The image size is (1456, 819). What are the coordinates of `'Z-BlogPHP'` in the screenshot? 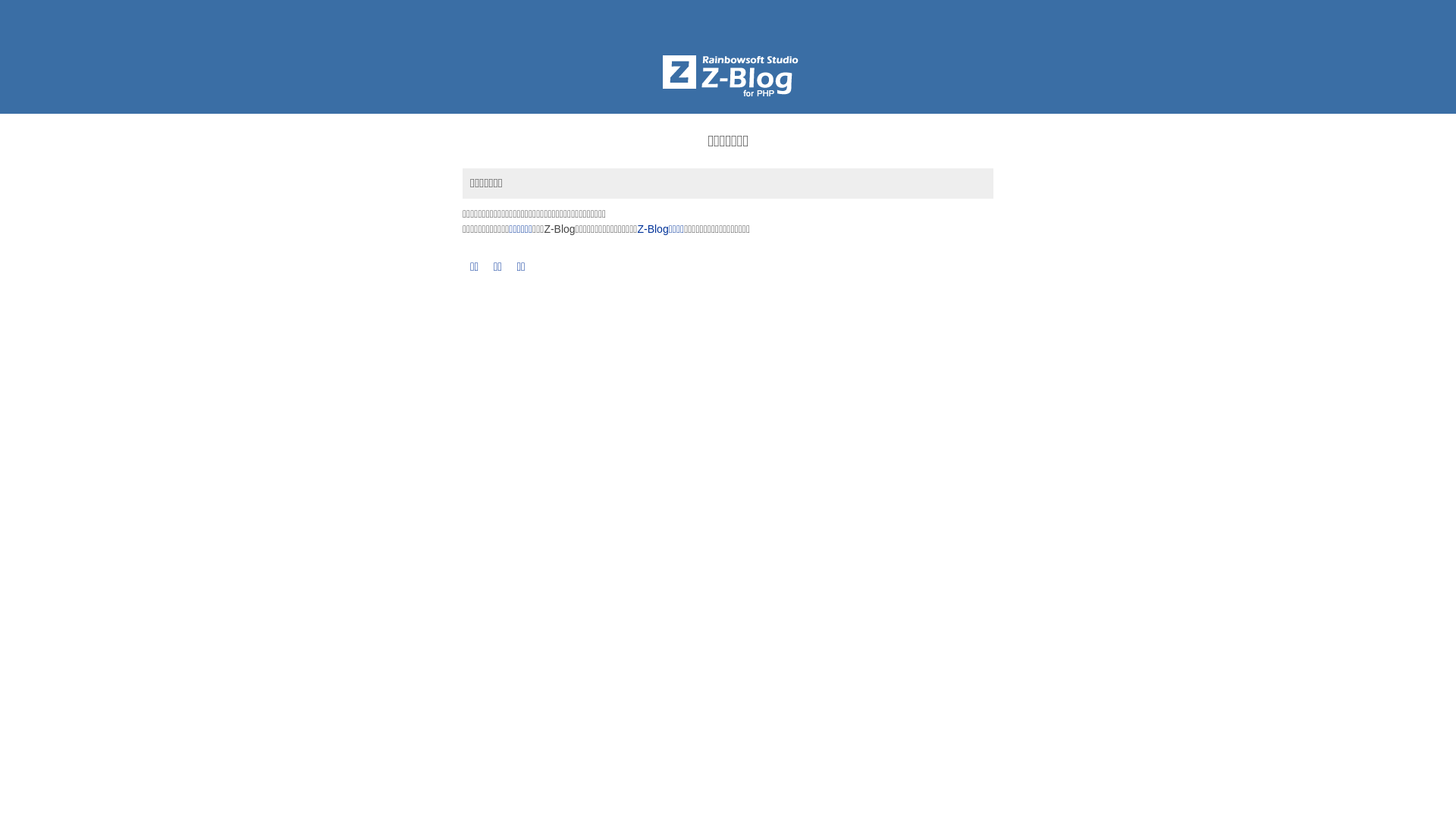 It's located at (651, 72).